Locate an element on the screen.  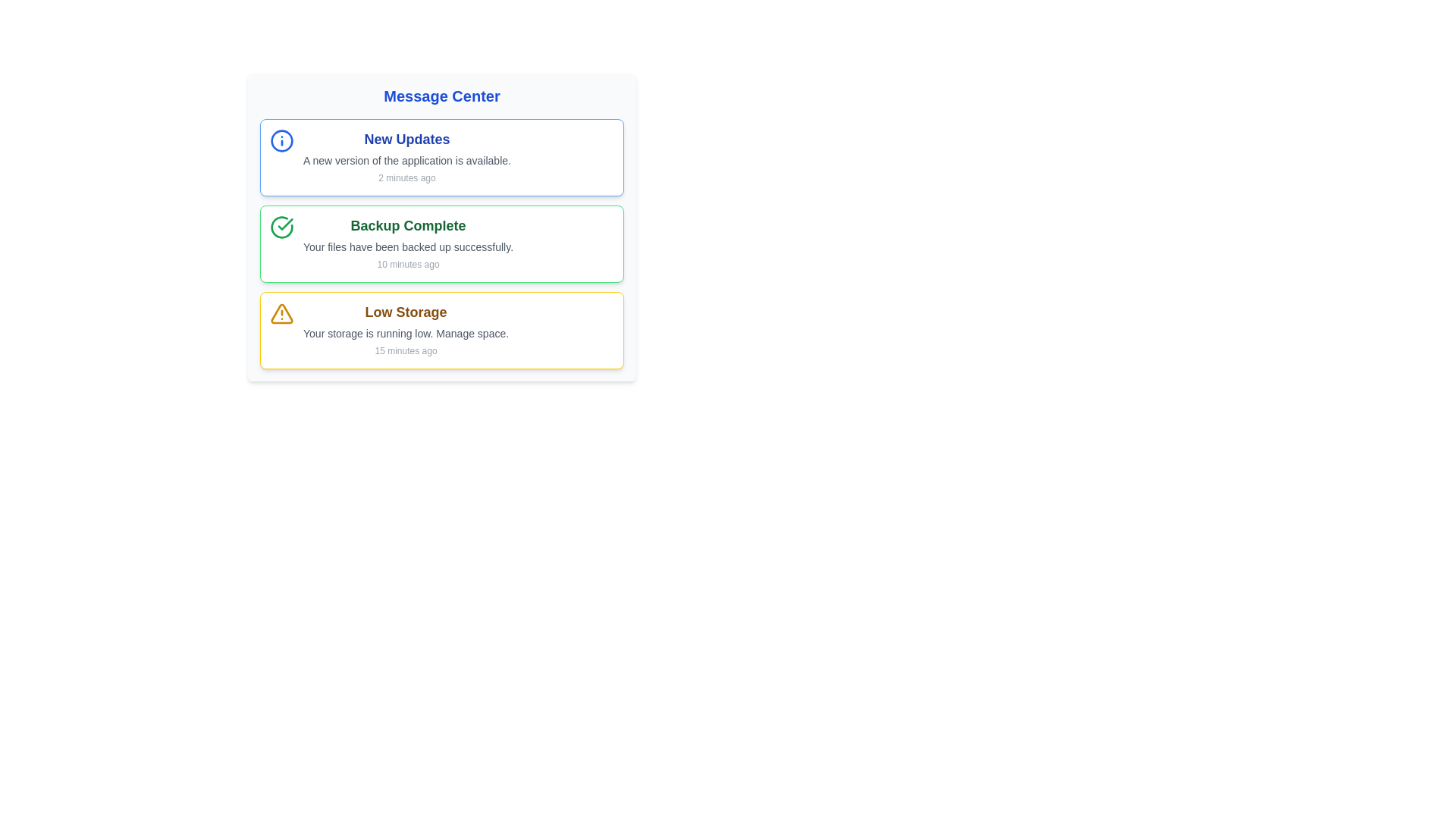
static text message that indicates the storage status, which states 'Your storage is running low. Manage space.' is located at coordinates (406, 332).